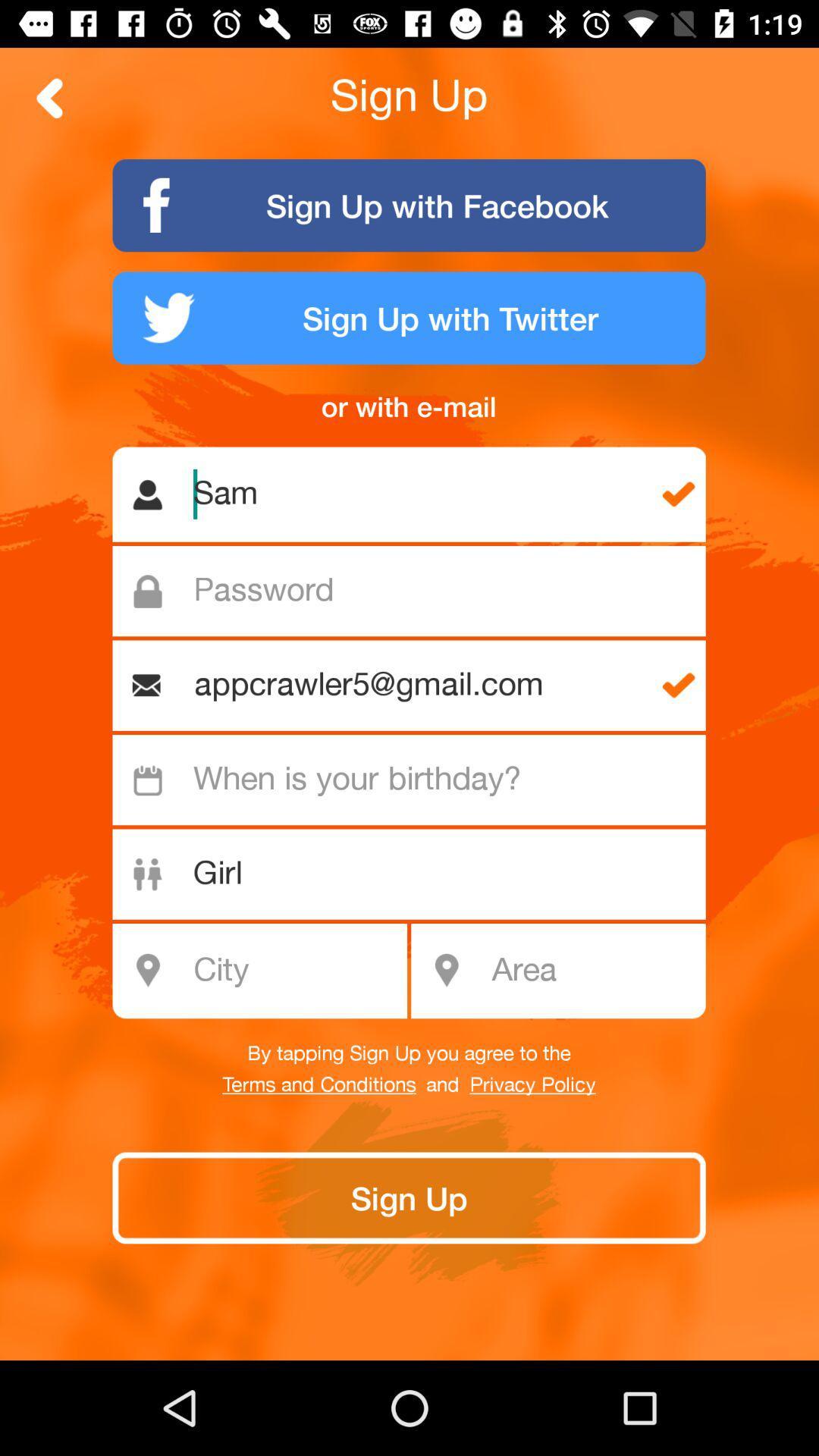 This screenshot has height=1456, width=819. What do you see at coordinates (49, 97) in the screenshot?
I see `go back` at bounding box center [49, 97].